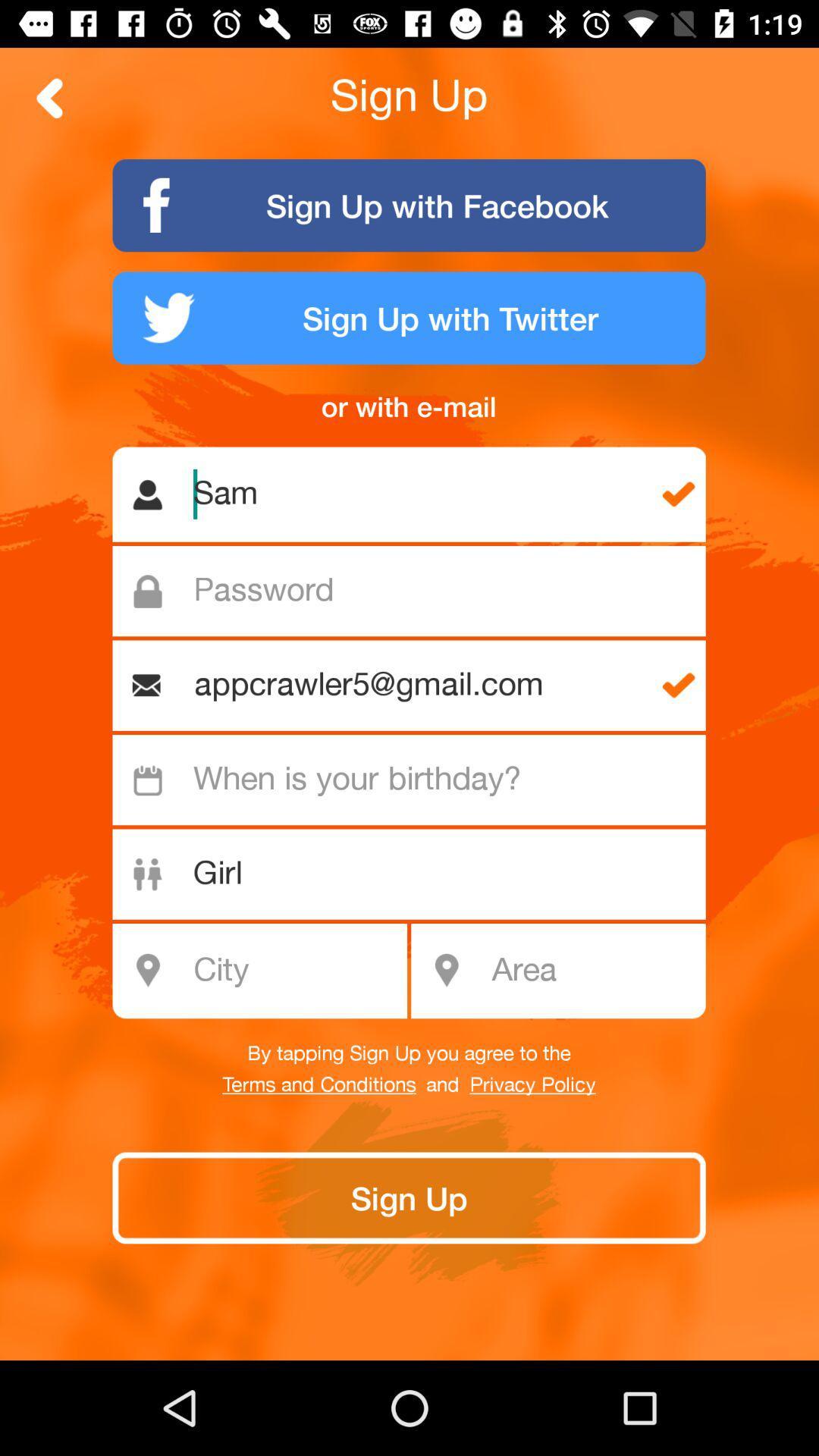 This screenshot has height=1456, width=819. What do you see at coordinates (49, 97) in the screenshot?
I see `go back` at bounding box center [49, 97].